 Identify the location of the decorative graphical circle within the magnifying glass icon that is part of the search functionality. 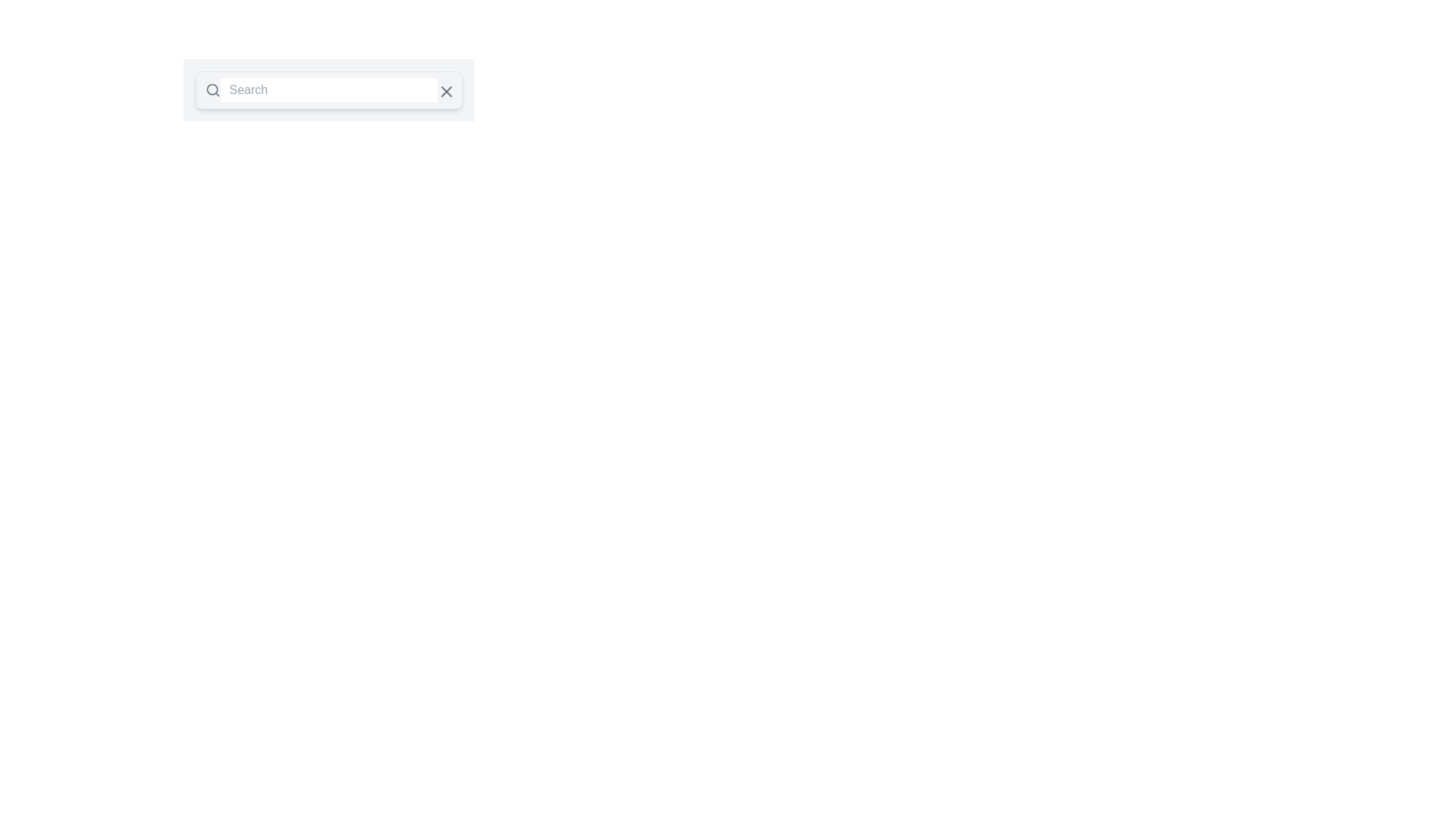
(211, 89).